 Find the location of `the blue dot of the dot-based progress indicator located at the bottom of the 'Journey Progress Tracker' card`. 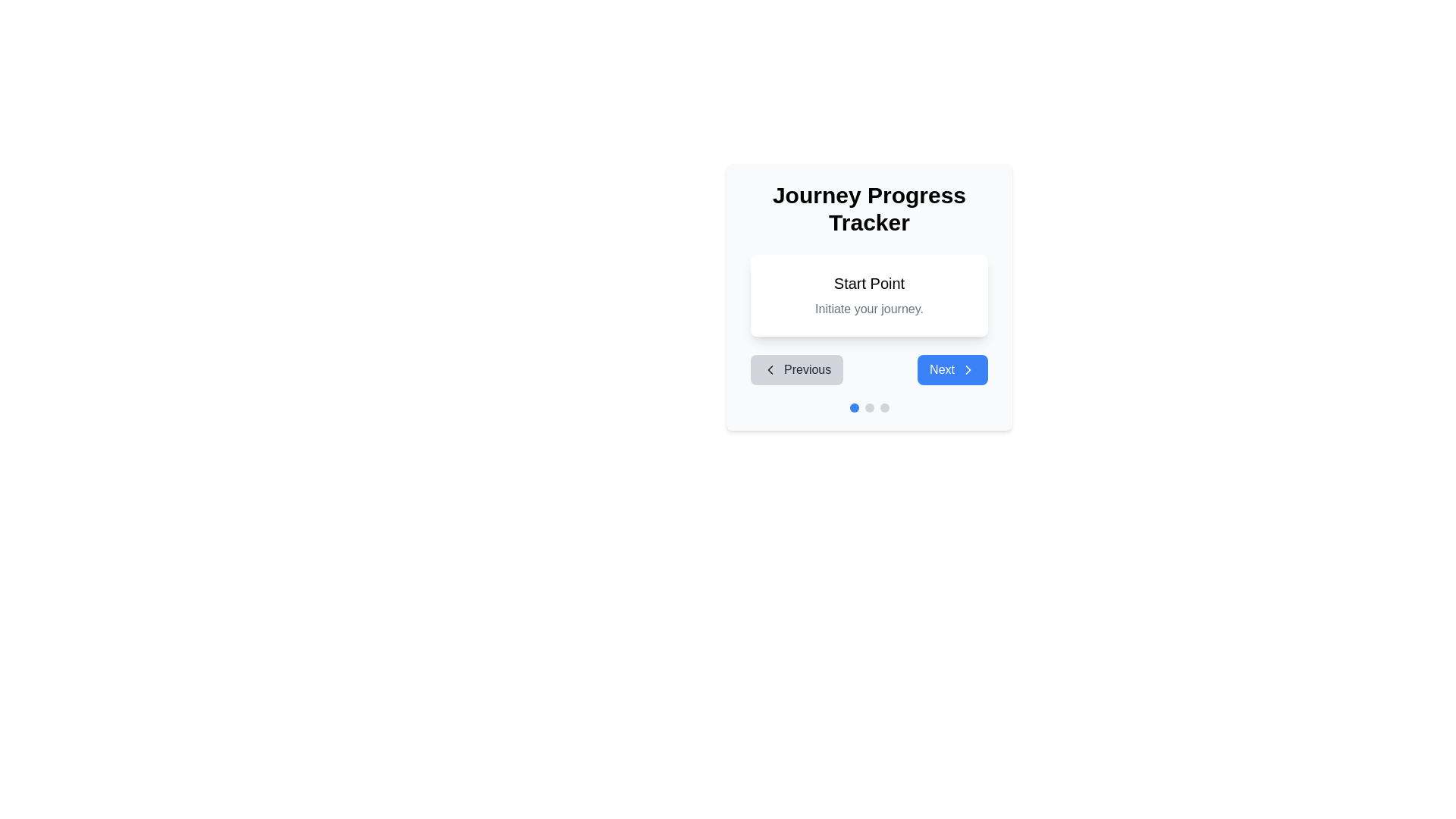

the blue dot of the dot-based progress indicator located at the bottom of the 'Journey Progress Tracker' card is located at coordinates (869, 406).